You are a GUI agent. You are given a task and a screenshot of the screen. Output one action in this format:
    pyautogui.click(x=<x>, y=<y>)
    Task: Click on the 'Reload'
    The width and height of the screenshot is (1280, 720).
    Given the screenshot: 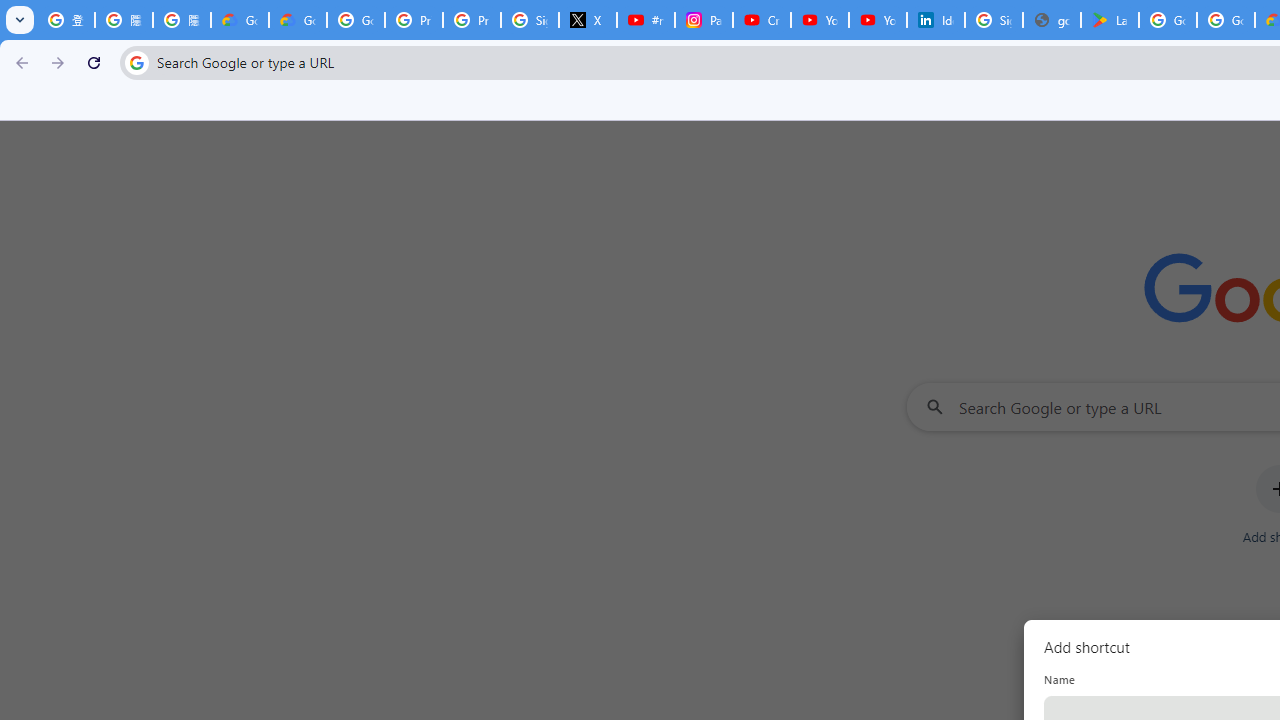 What is the action you would take?
    pyautogui.click(x=93, y=61)
    